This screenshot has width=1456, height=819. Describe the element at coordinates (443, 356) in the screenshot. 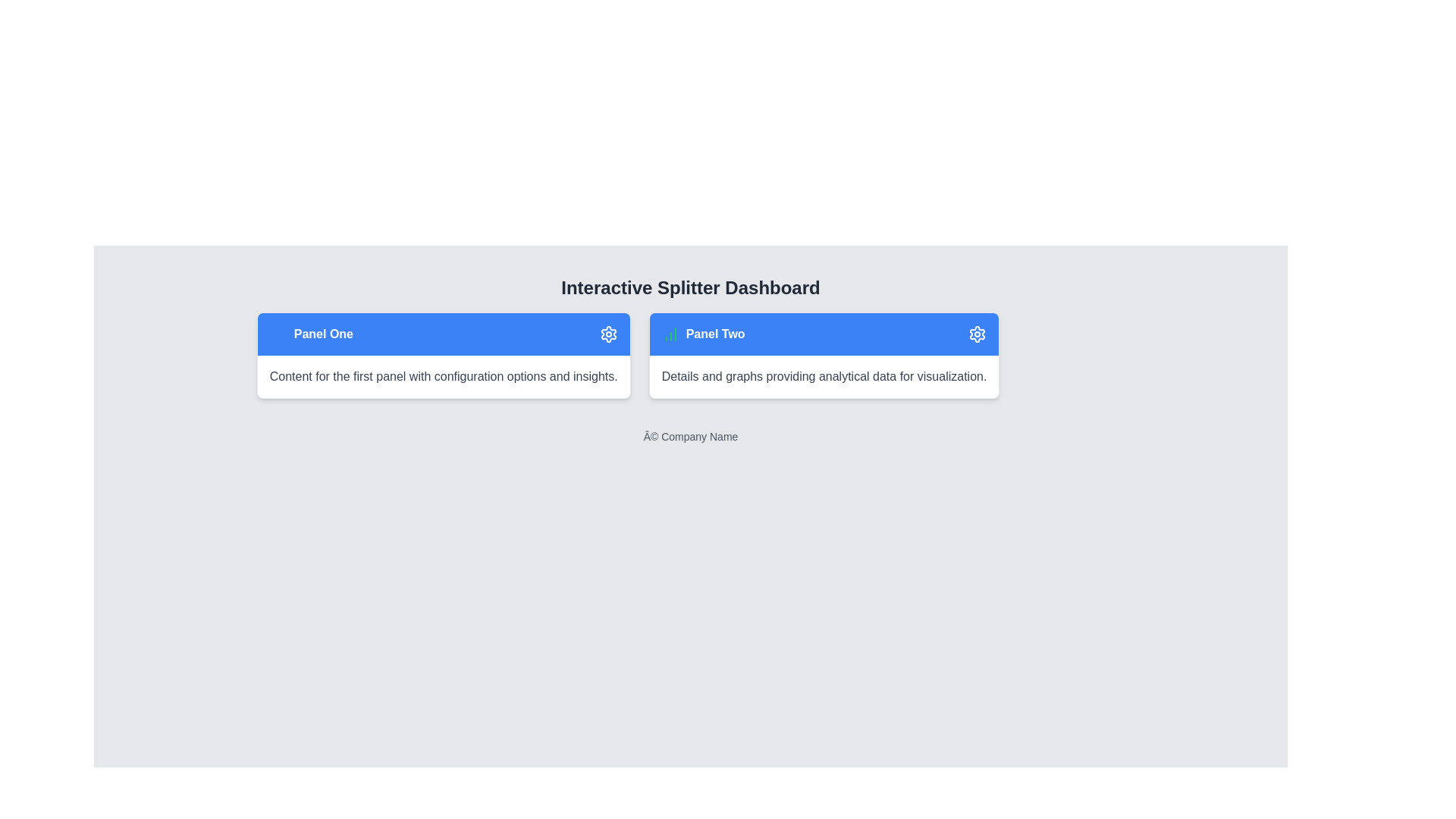

I see `the information panel that presents configuration options and insights, located on the left within a two-panel horizontal layout` at that location.